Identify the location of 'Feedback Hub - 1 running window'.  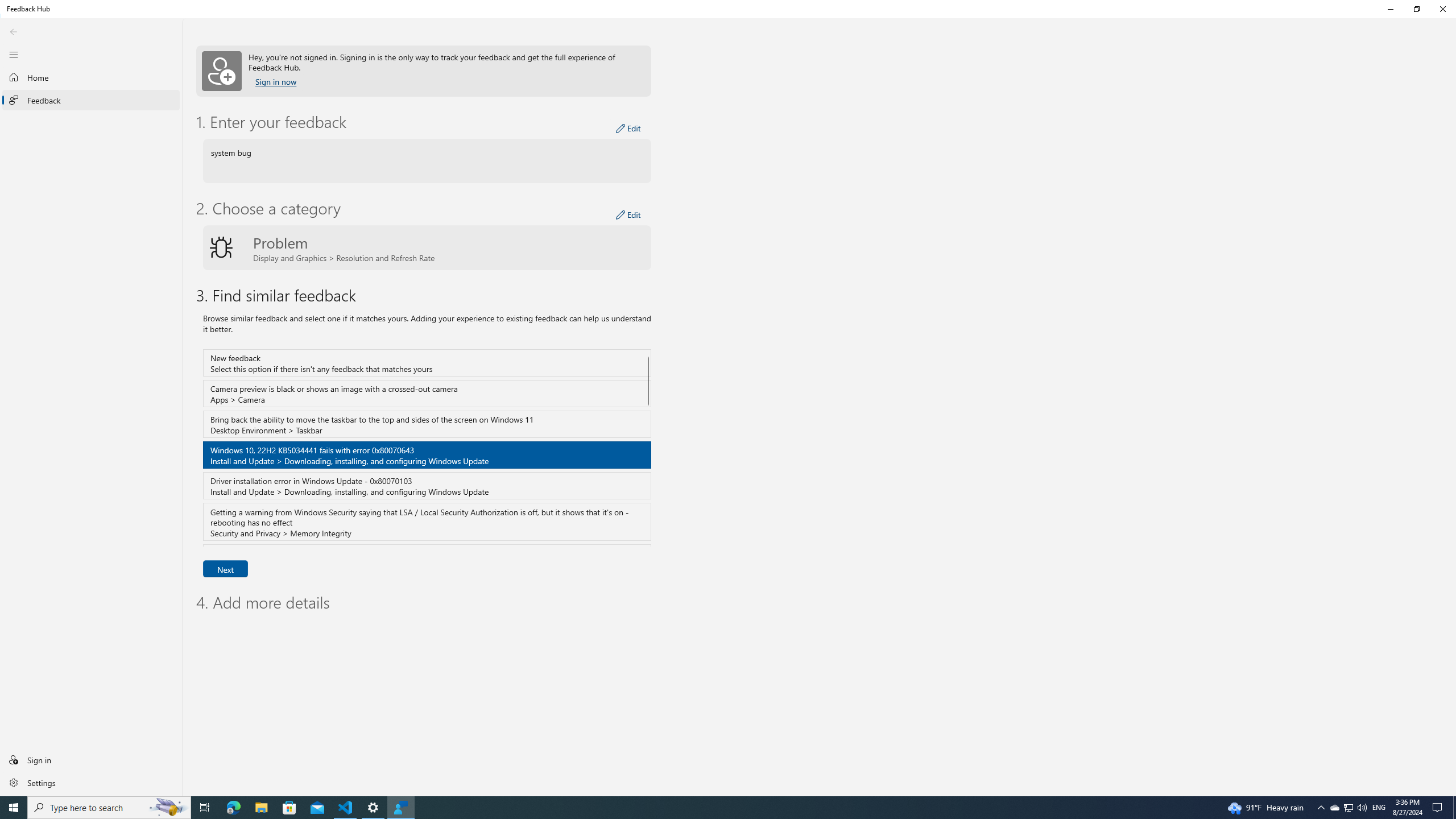
(401, 806).